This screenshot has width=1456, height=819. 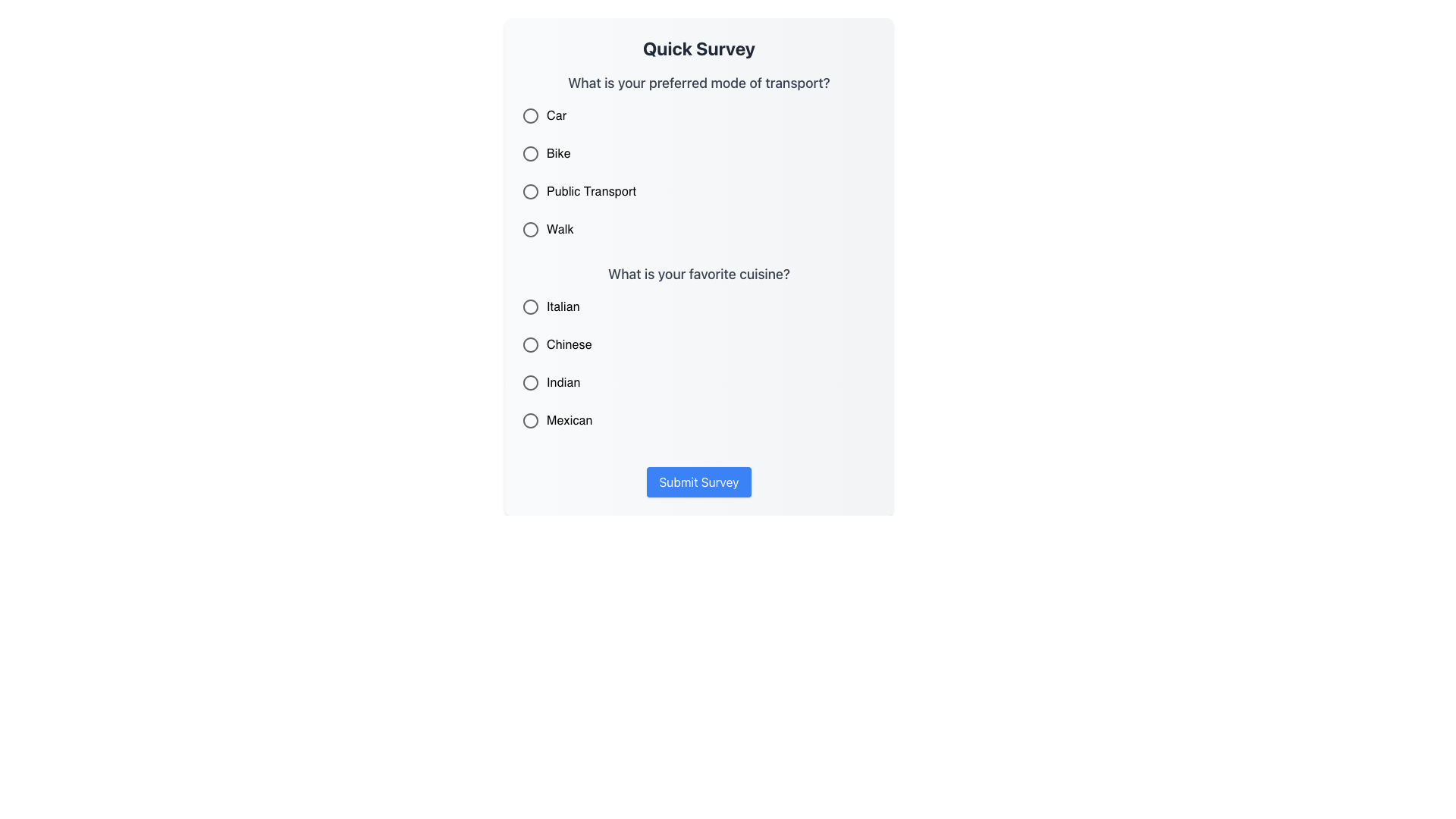 What do you see at coordinates (531, 307) in the screenshot?
I see `the selected radio button for 'Italian' under the question 'What is your favorite cuisine.'` at bounding box center [531, 307].